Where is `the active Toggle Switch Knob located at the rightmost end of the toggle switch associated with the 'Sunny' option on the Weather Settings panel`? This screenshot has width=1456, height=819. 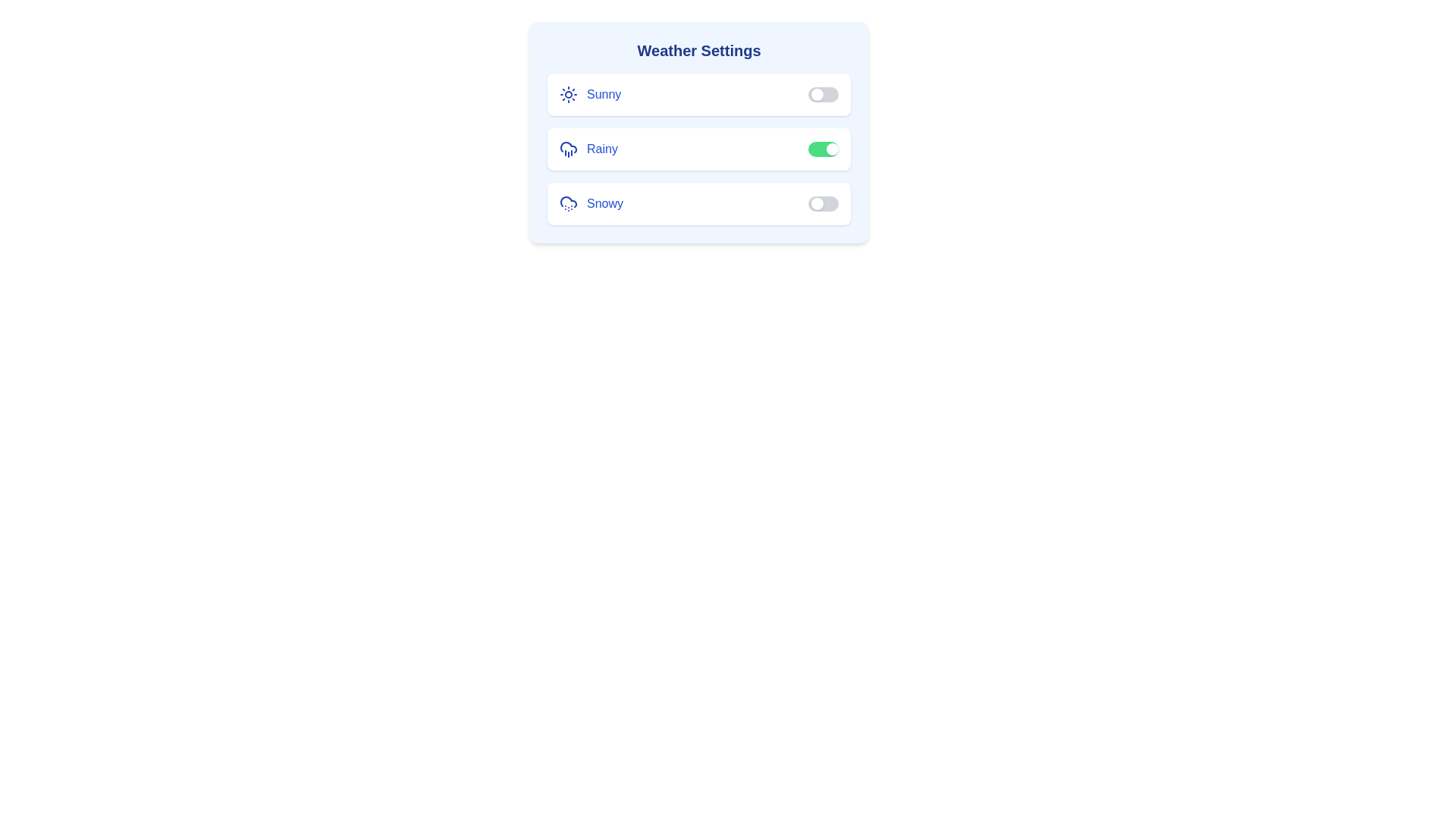 the active Toggle Switch Knob located at the rightmost end of the toggle switch associated with the 'Sunny' option on the Weather Settings panel is located at coordinates (817, 94).